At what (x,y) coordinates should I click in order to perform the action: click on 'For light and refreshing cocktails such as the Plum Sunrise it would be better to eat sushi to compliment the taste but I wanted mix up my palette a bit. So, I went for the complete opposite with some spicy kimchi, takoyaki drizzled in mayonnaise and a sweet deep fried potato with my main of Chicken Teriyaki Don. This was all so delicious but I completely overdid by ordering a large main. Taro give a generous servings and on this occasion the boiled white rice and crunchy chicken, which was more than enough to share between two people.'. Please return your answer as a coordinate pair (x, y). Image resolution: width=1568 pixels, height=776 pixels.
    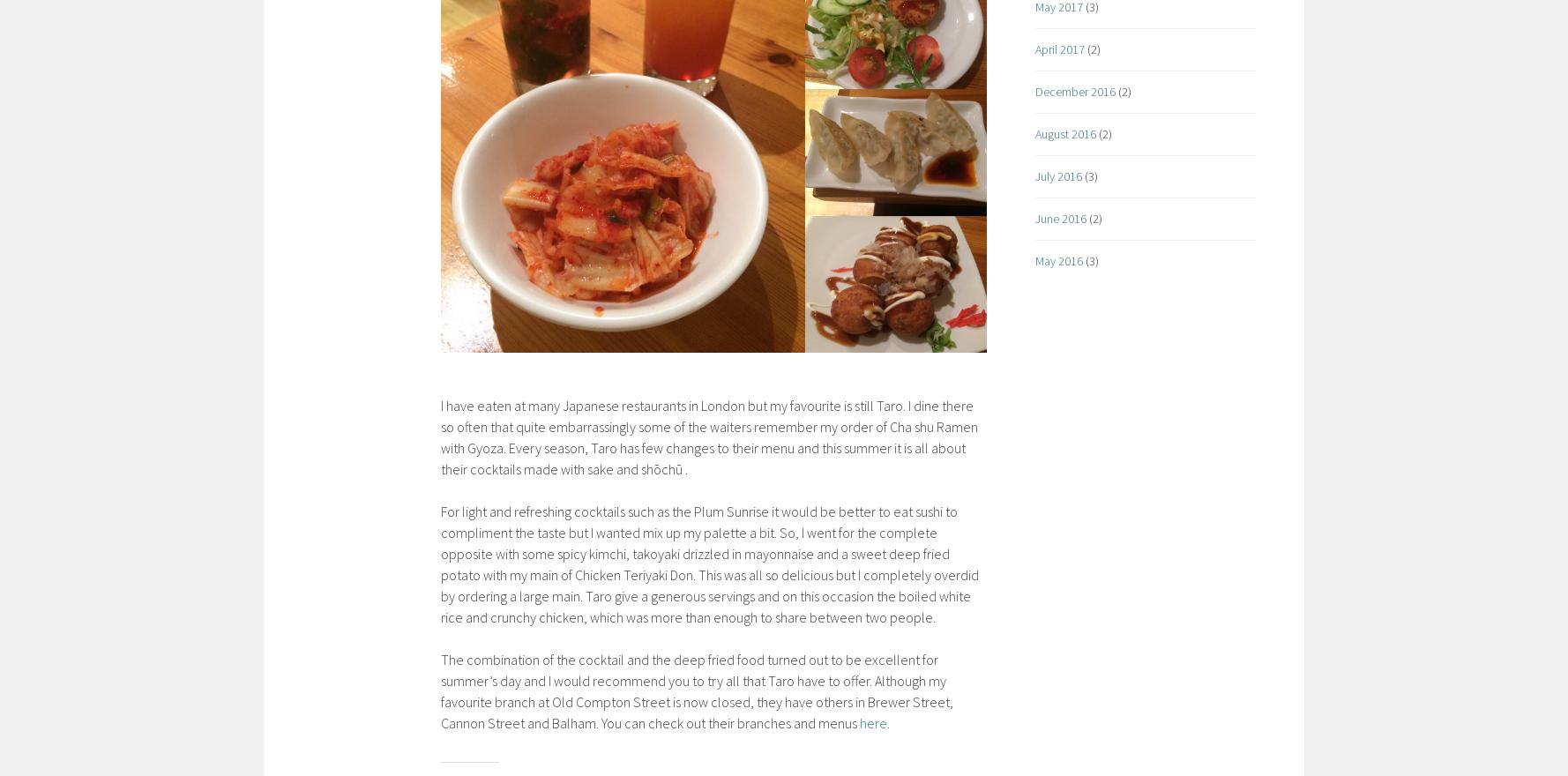
    Looking at the image, I should click on (710, 563).